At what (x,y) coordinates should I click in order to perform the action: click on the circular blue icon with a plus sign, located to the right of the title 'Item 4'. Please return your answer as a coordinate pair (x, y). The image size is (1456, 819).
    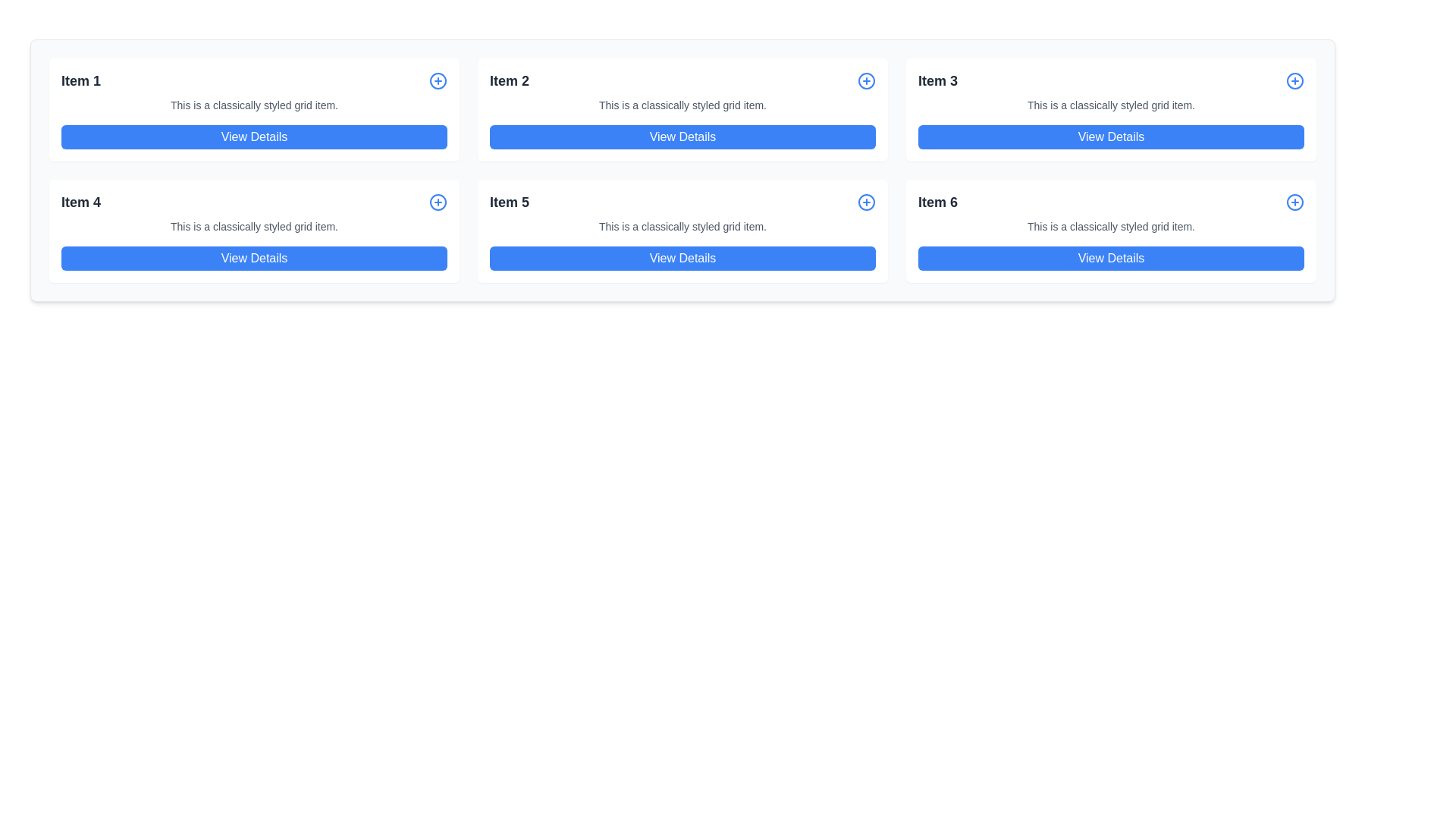
    Looking at the image, I should click on (437, 201).